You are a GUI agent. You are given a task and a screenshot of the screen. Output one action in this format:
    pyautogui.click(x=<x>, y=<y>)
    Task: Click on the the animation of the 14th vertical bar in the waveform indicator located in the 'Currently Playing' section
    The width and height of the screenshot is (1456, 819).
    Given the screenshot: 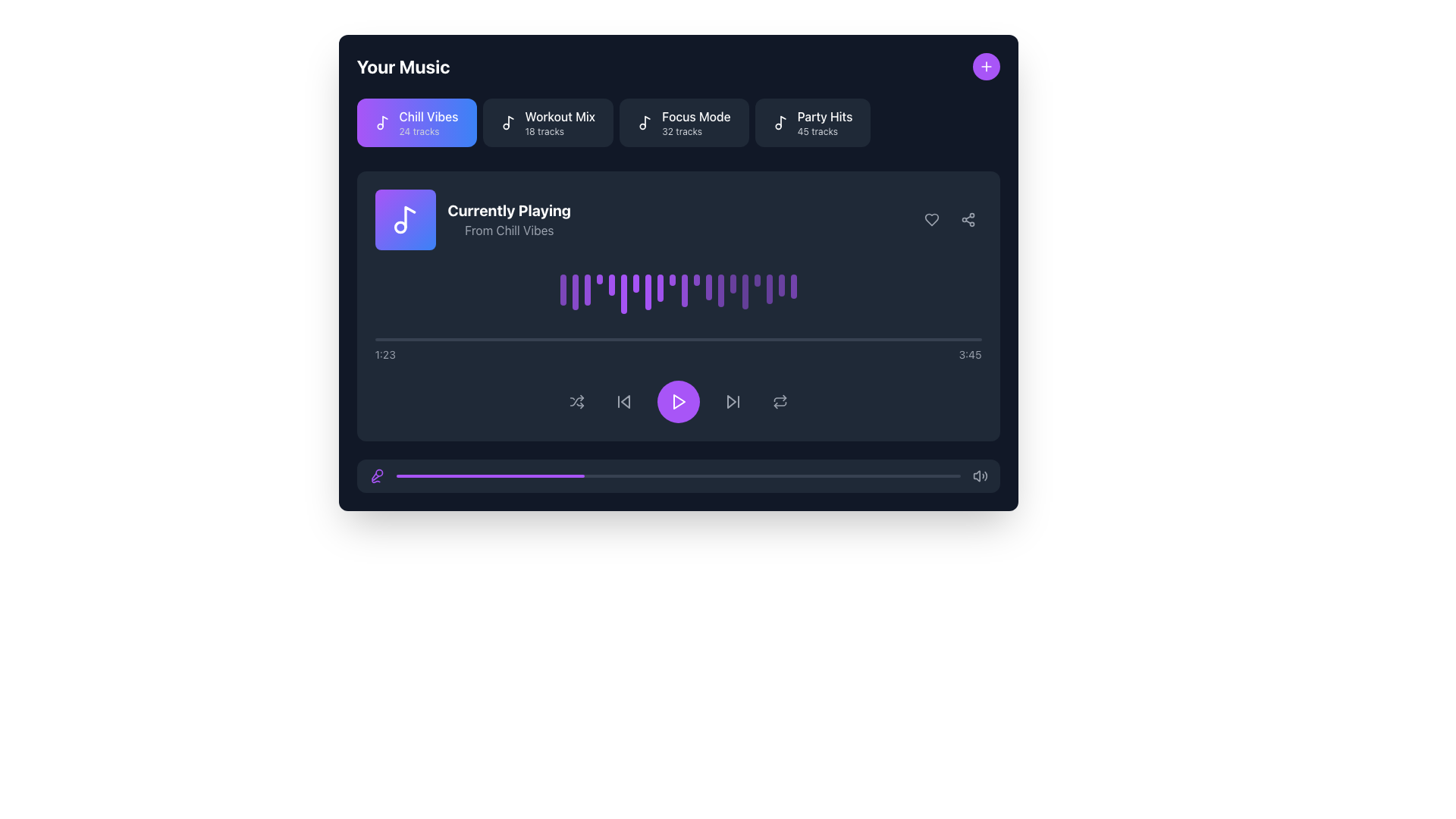 What is the action you would take?
    pyautogui.click(x=720, y=290)
    